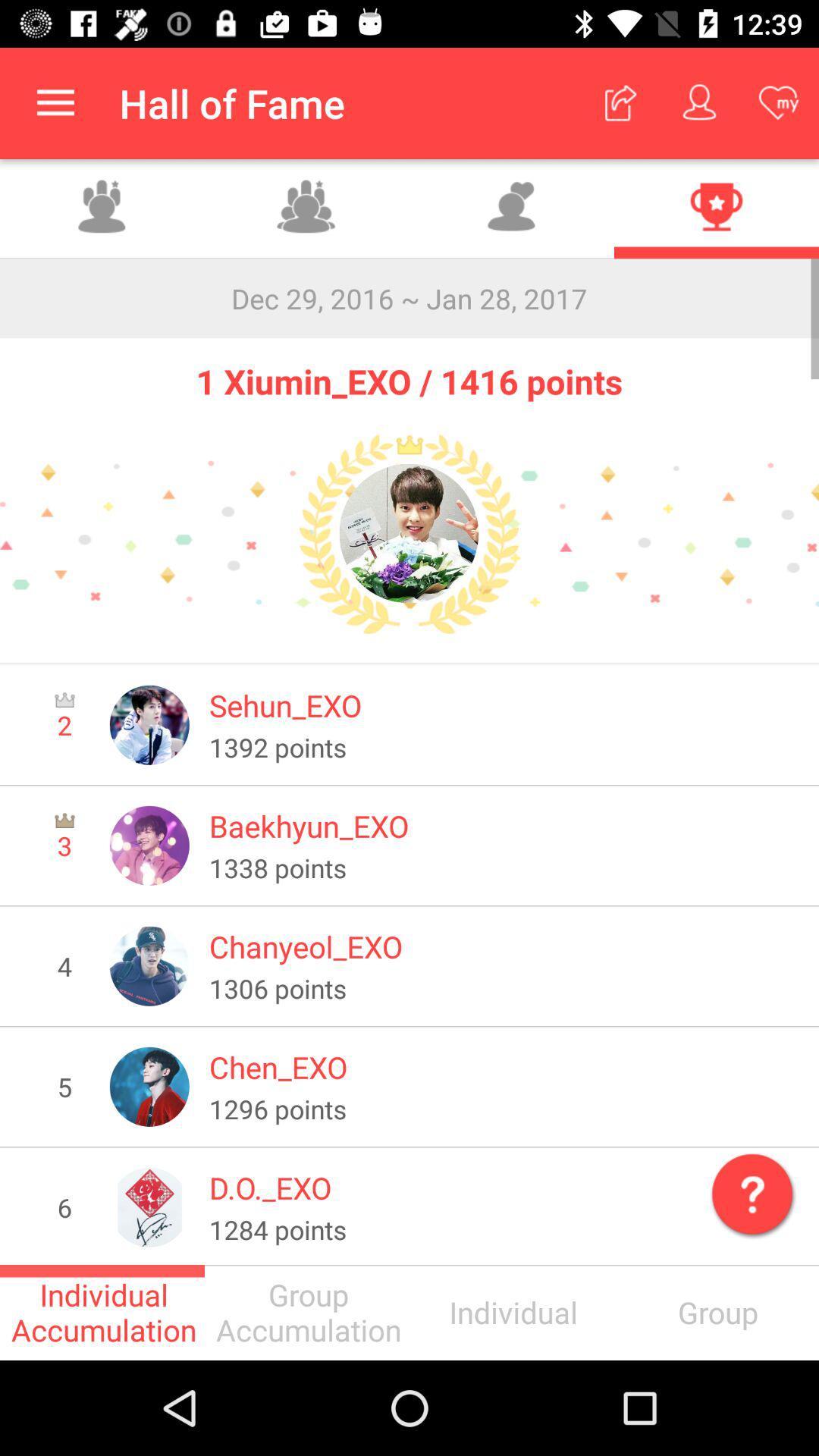  What do you see at coordinates (102, 1312) in the screenshot?
I see `individual accumulation icon` at bounding box center [102, 1312].